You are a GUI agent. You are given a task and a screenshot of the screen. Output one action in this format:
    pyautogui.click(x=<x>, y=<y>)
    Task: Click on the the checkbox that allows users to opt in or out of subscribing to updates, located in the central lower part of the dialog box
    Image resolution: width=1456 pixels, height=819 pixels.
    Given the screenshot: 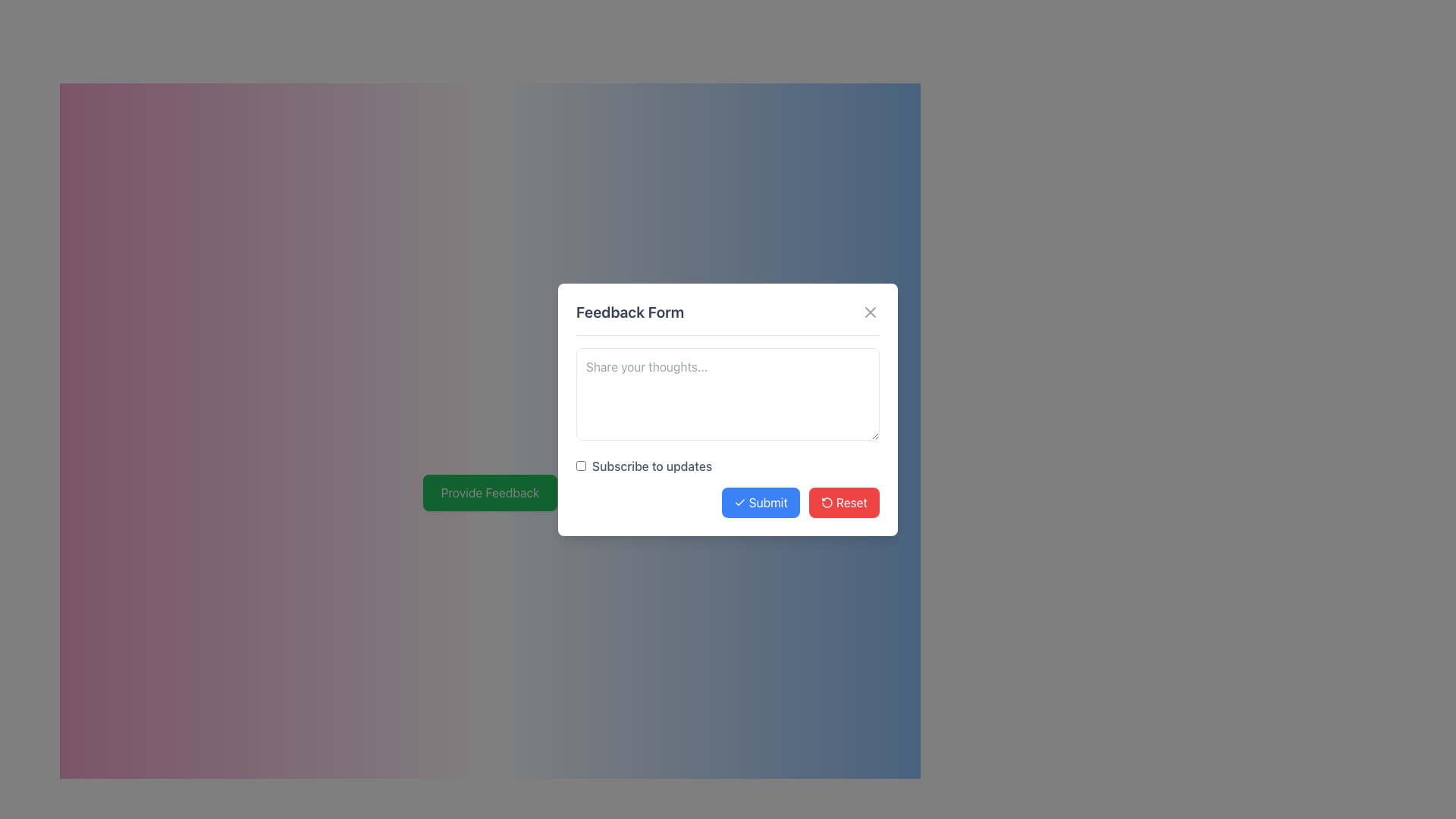 What is the action you would take?
    pyautogui.click(x=580, y=464)
    